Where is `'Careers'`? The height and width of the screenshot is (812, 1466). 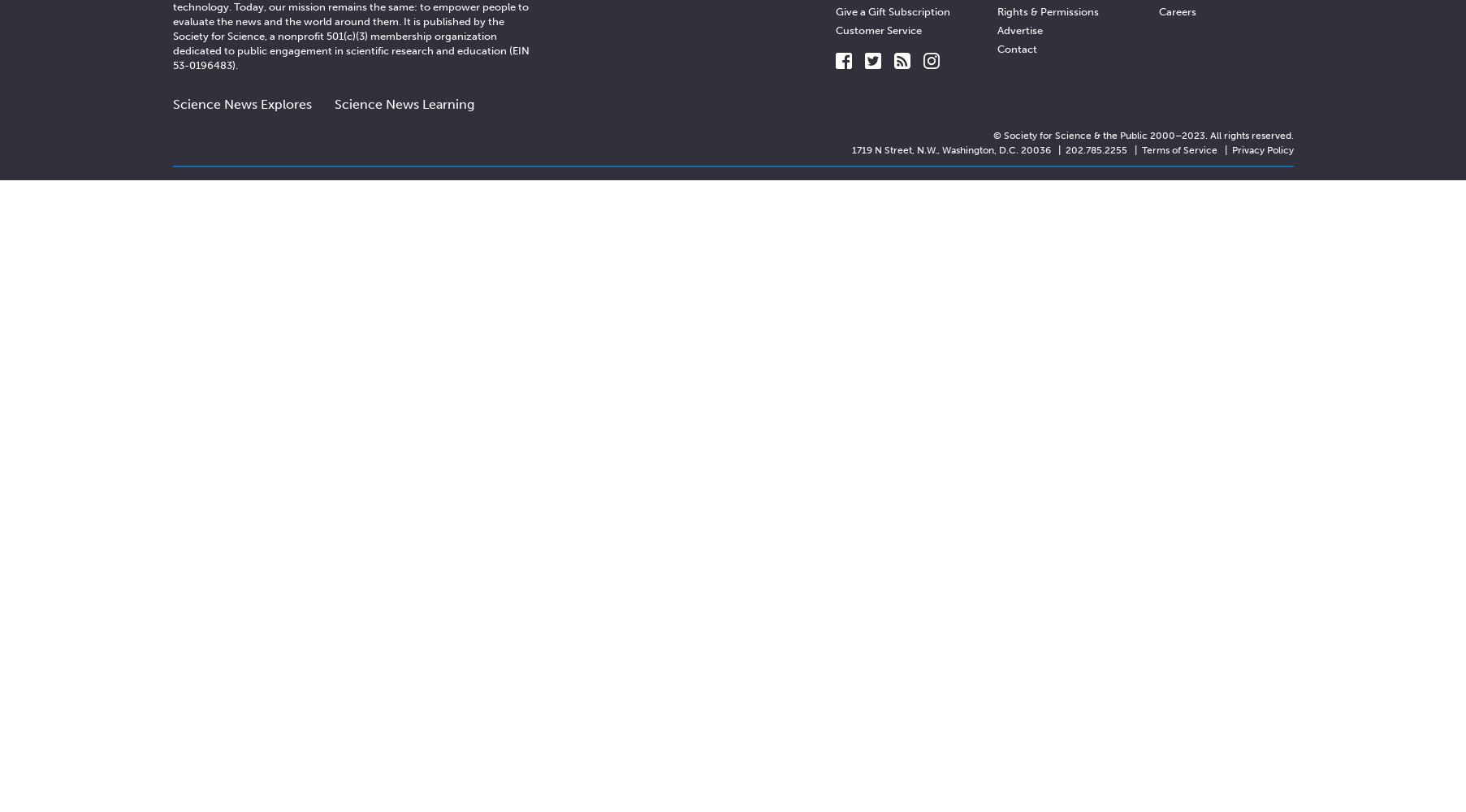 'Careers' is located at coordinates (1176, 11).